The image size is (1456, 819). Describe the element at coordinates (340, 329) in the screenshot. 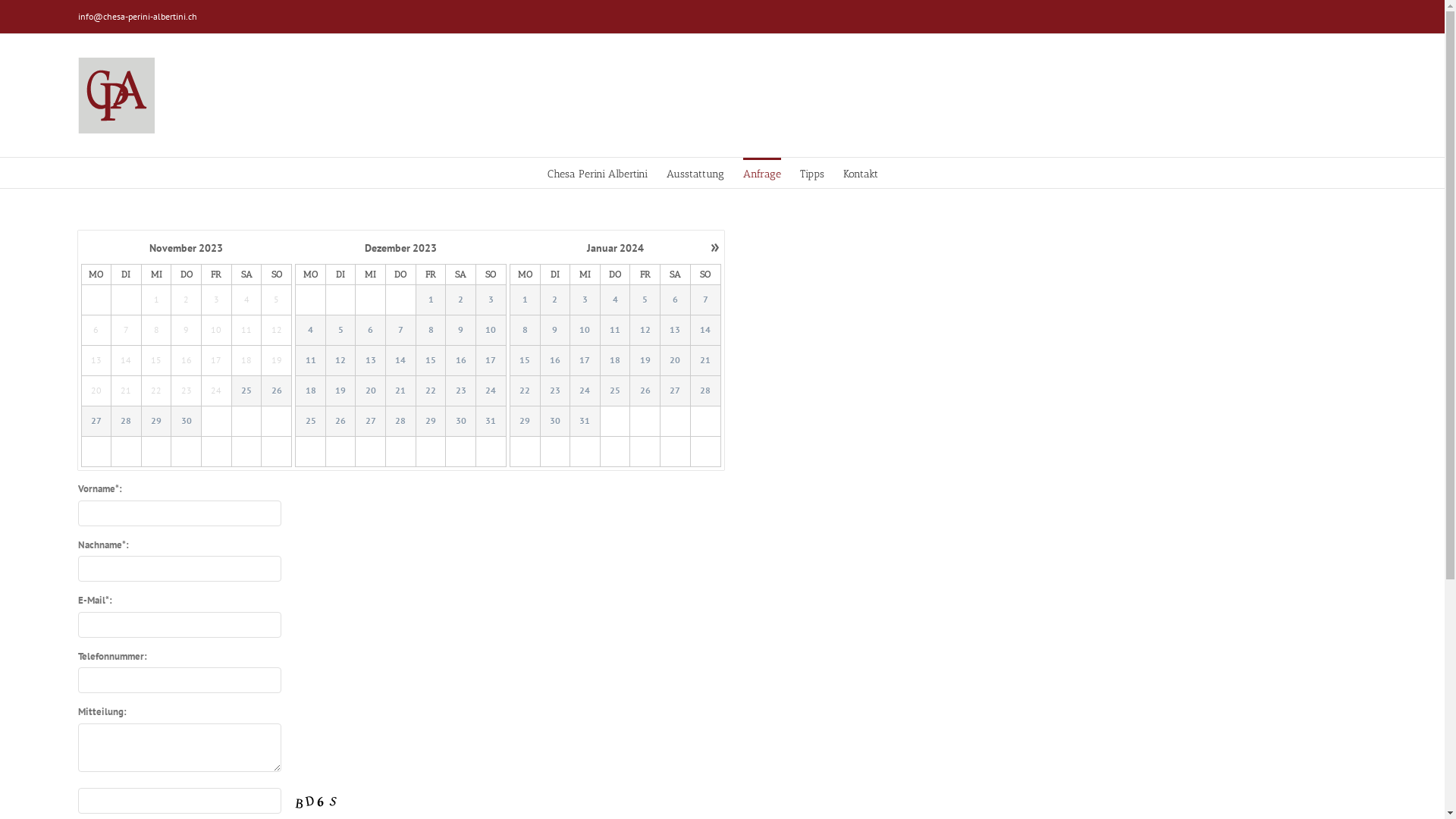

I see `'5'` at that location.